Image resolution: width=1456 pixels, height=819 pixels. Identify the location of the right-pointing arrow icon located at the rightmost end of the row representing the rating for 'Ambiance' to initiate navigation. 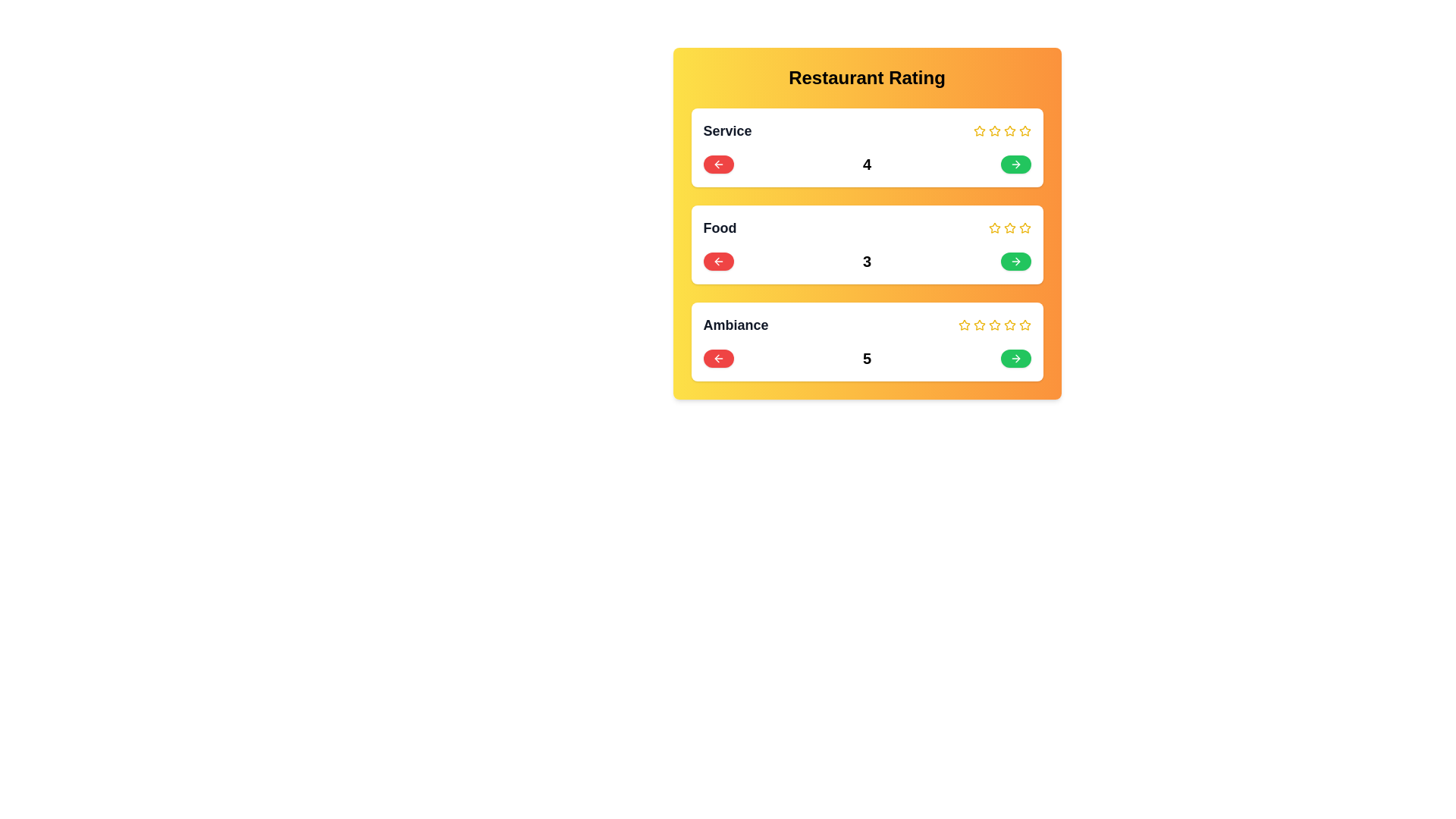
(1017, 359).